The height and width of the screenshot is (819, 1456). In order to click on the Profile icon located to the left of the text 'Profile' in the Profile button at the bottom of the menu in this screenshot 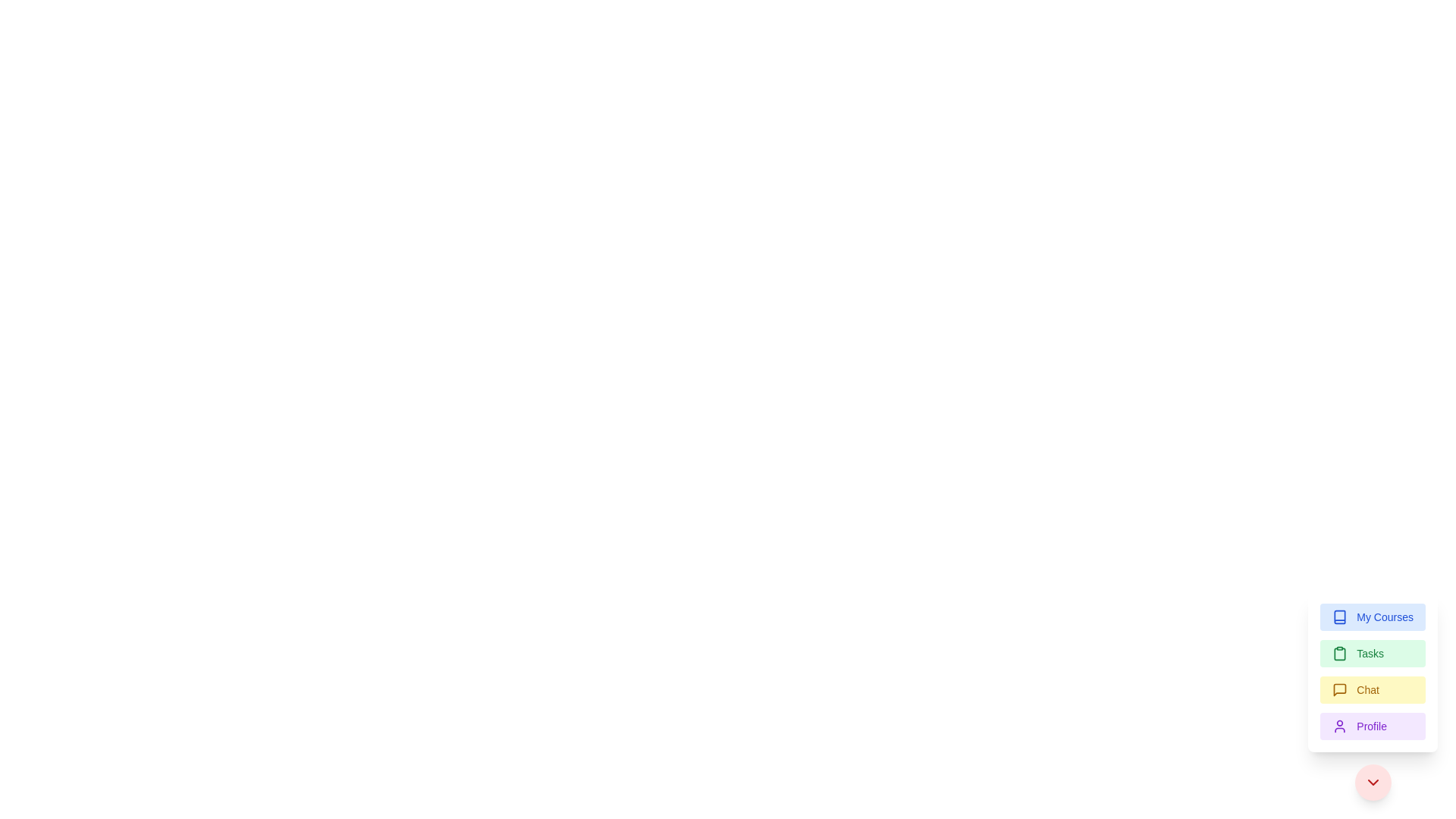, I will do `click(1340, 725)`.